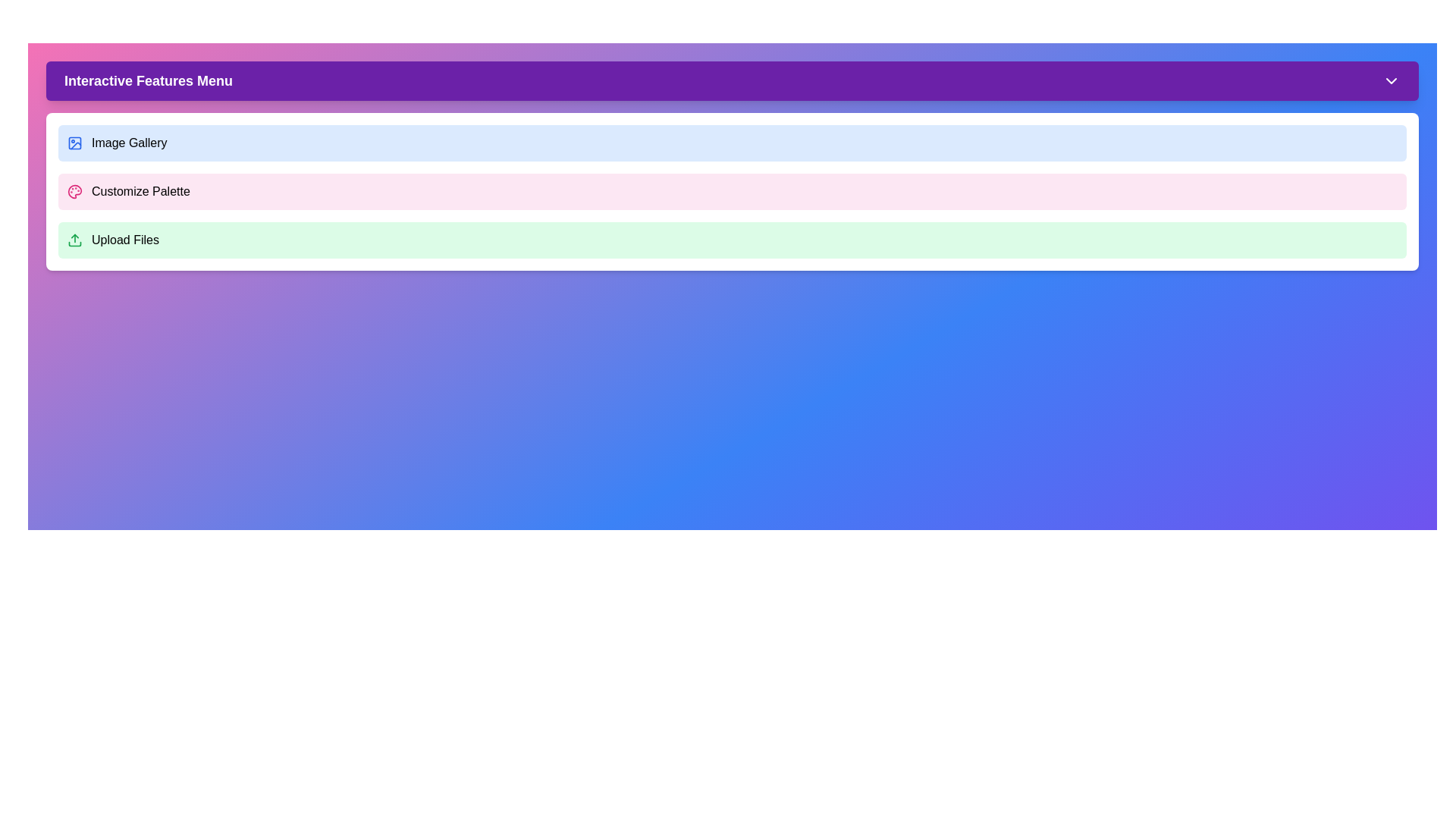 This screenshot has height=819, width=1456. Describe the element at coordinates (732, 81) in the screenshot. I see `the header to toggle the visibility of the options menu` at that location.